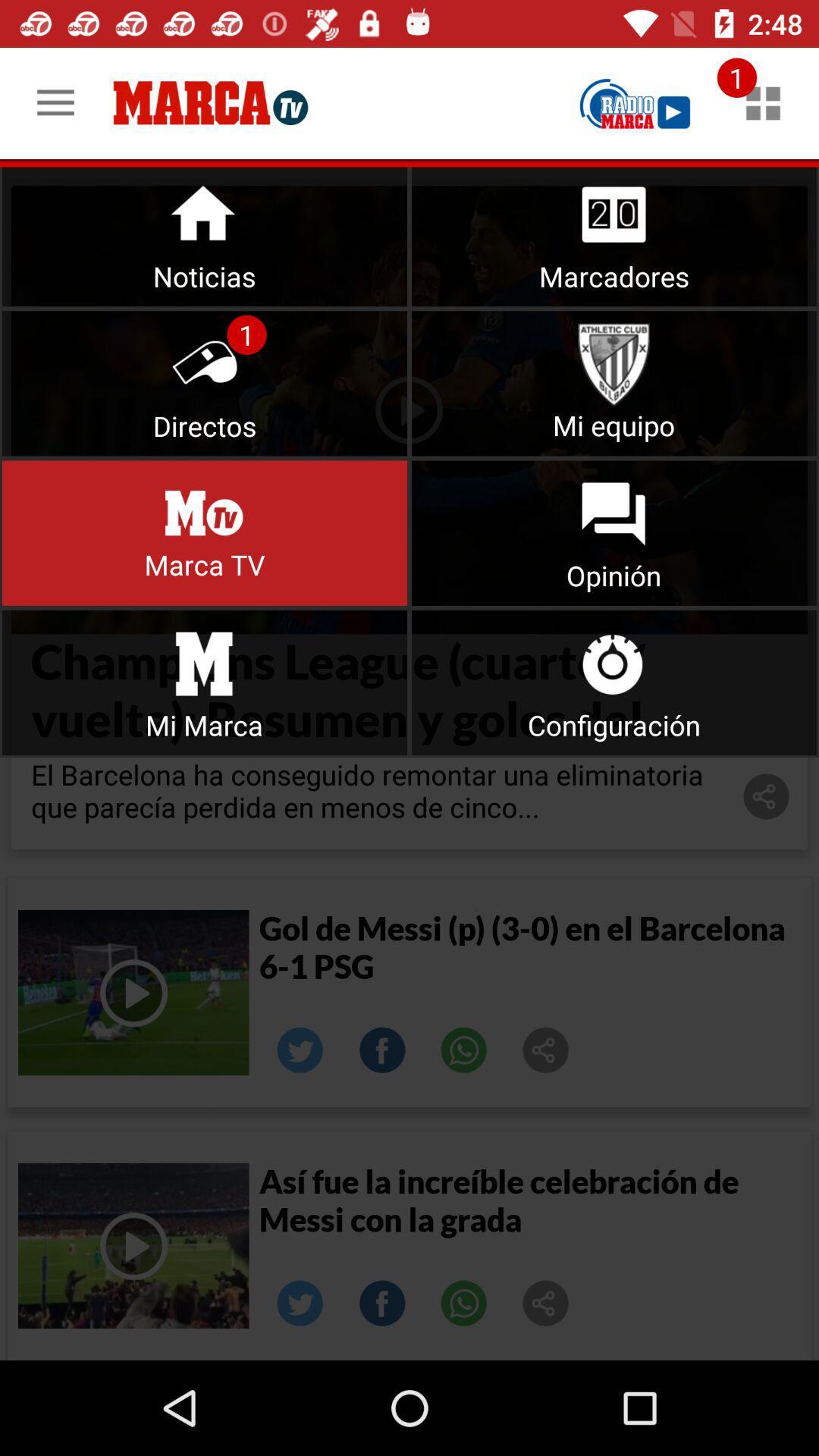 Image resolution: width=819 pixels, height=1456 pixels. What do you see at coordinates (133, 1245) in the screenshot?
I see `video` at bounding box center [133, 1245].